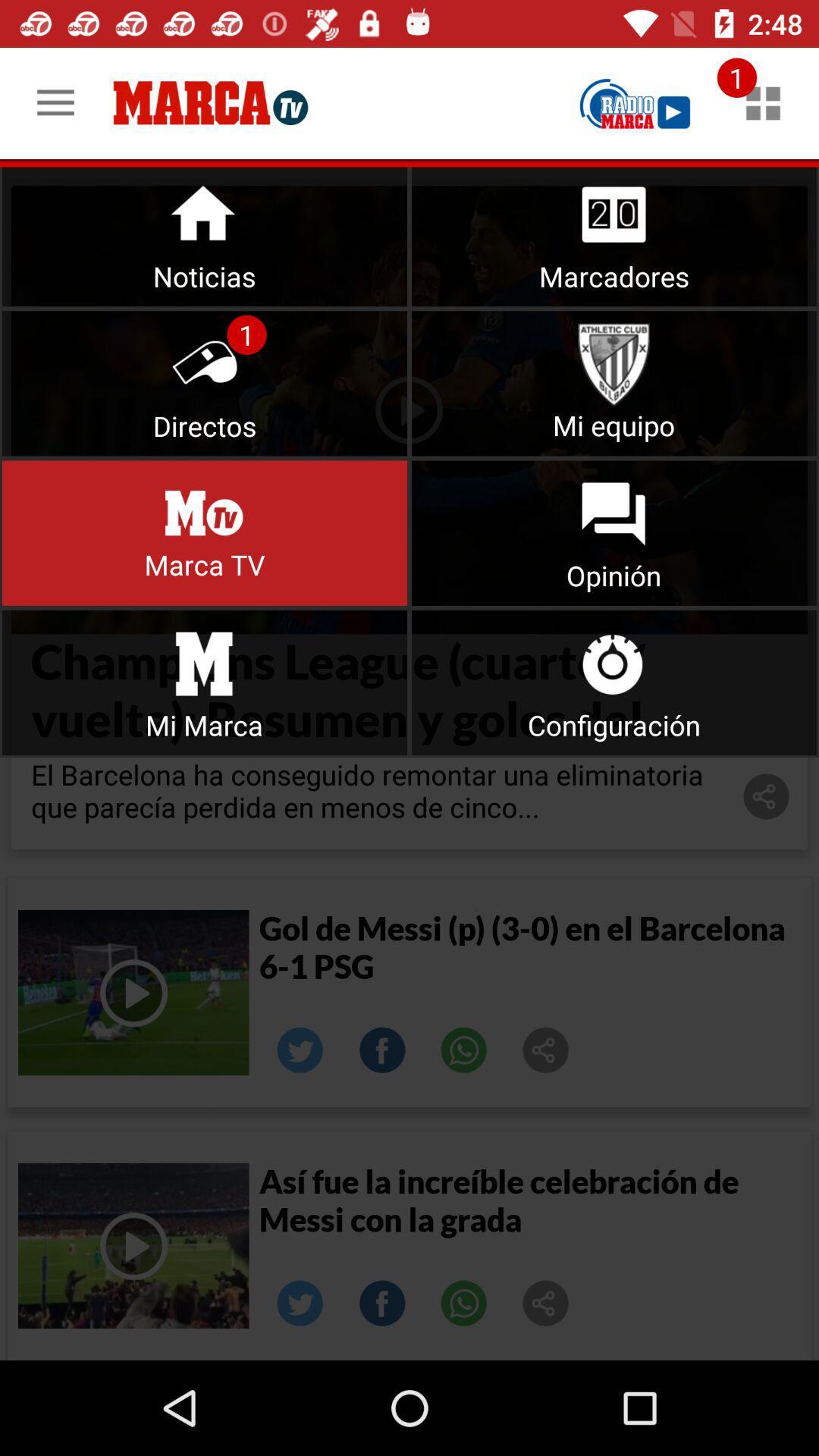 Image resolution: width=819 pixels, height=1456 pixels. What do you see at coordinates (133, 1245) in the screenshot?
I see `video` at bounding box center [133, 1245].